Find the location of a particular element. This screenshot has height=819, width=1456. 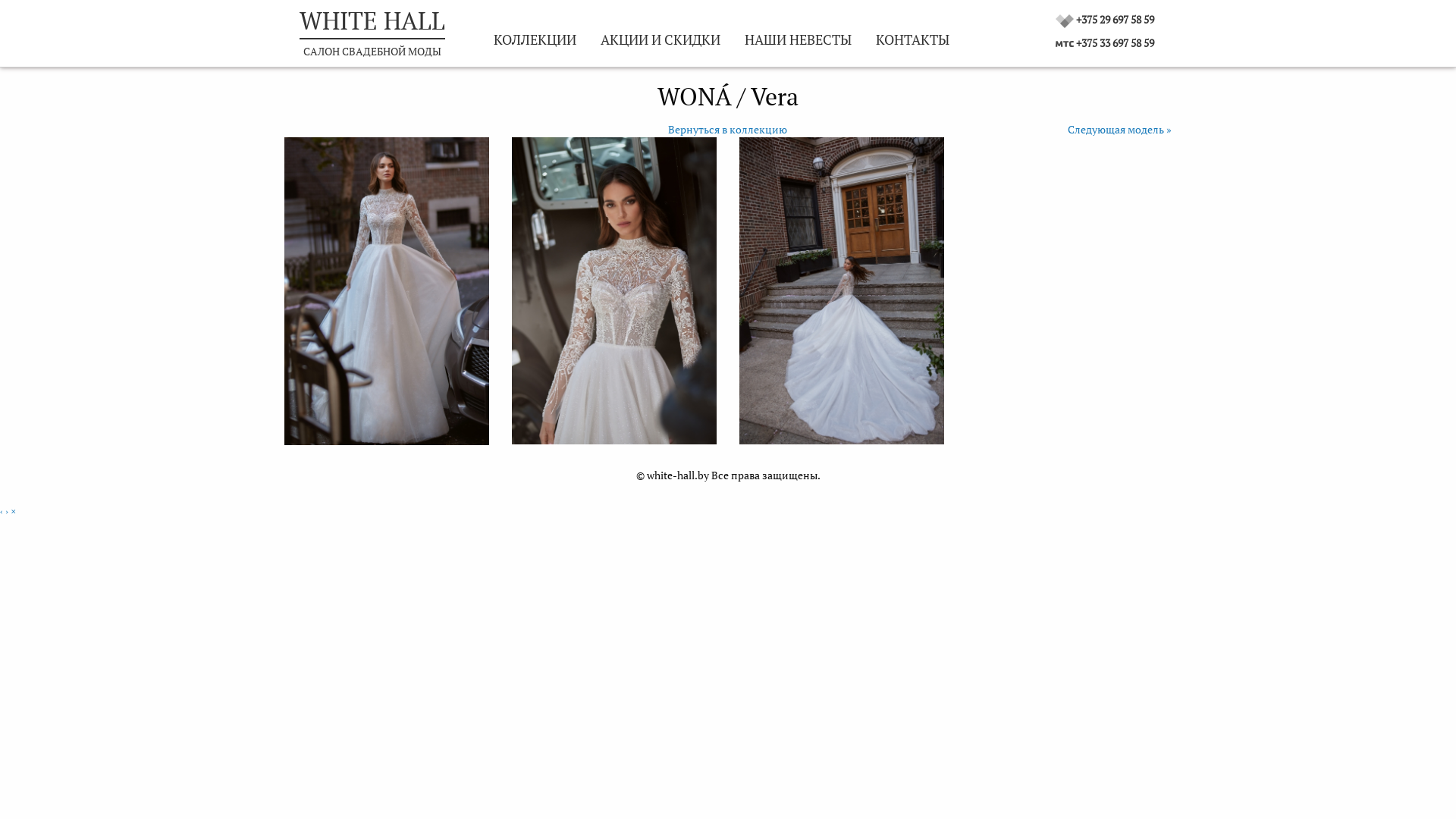

'+375 33 697 58 59' is located at coordinates (1115, 41).